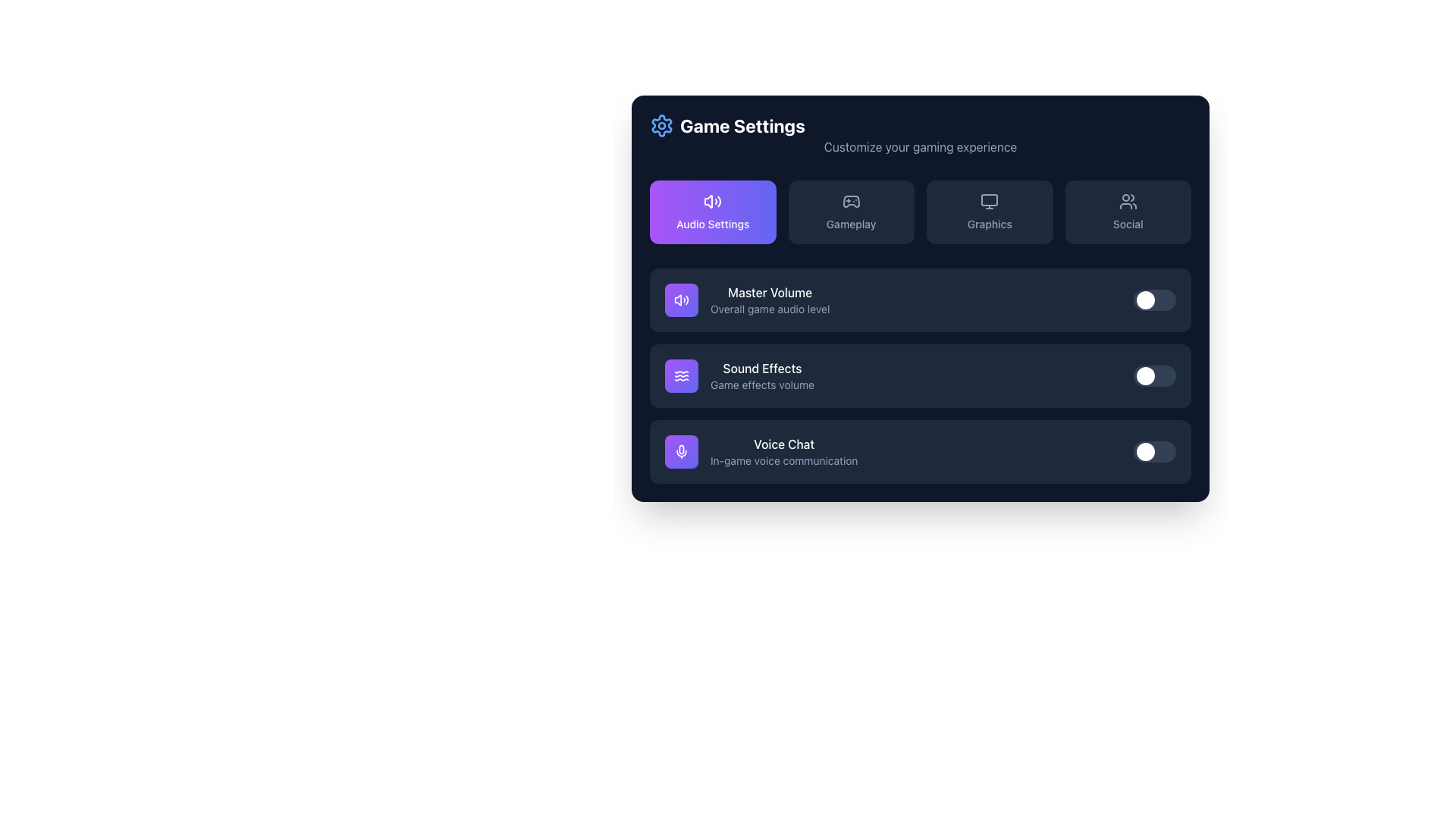 The height and width of the screenshot is (819, 1456). I want to click on settings associated with the second item in the vertical list that indicates the feature to adjust or view game sound effects volume settings within the 'Audio Settings' section, so click(739, 375).